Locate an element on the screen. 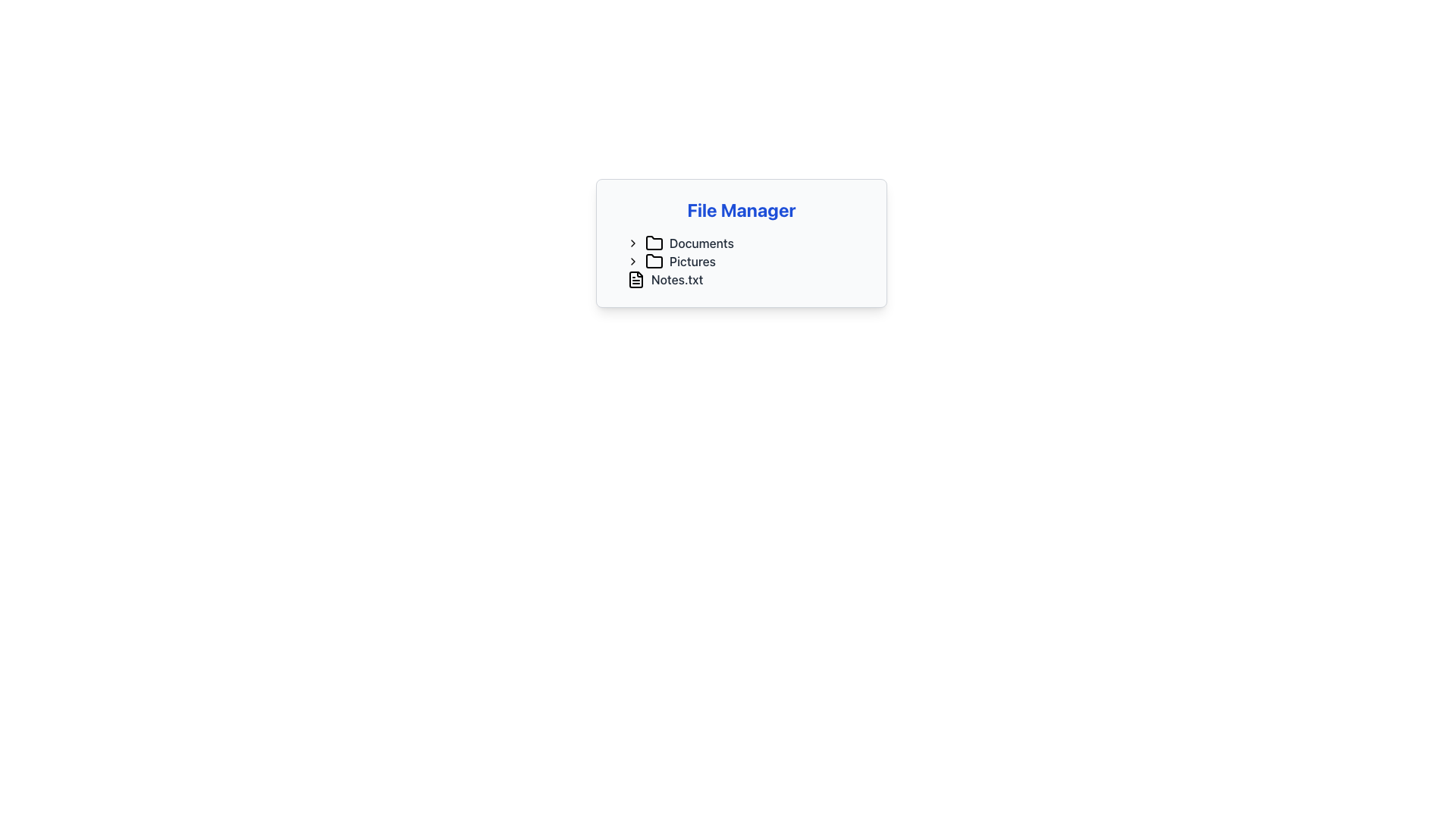 The height and width of the screenshot is (819, 1456). the interaction button located in the top-right section of the 'Documents' folder entry in the 'File Manager' interface is located at coordinates (745, 242).